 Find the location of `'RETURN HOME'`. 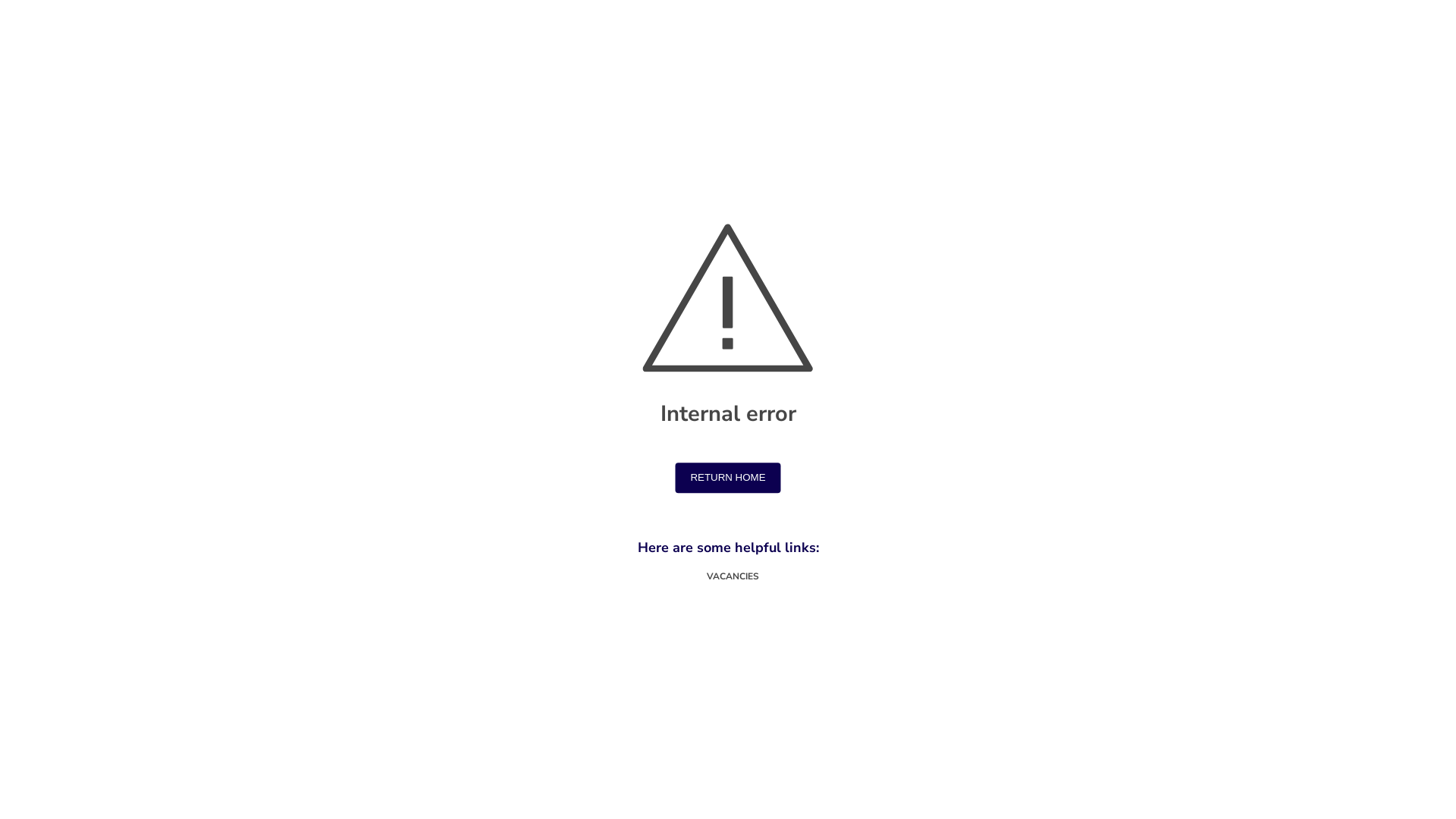

'RETURN HOME' is located at coordinates (726, 479).